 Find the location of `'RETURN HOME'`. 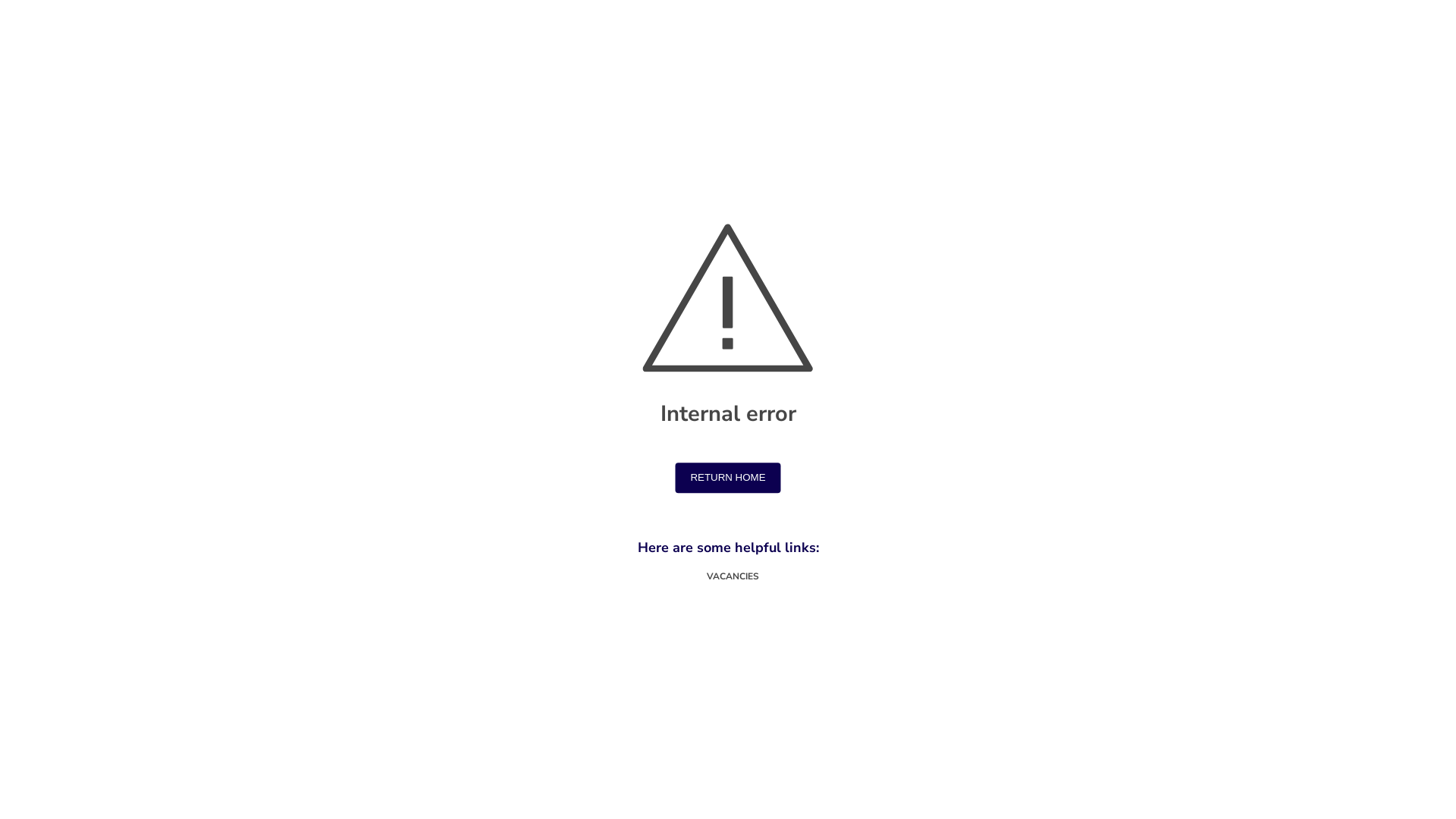

'RETURN HOME' is located at coordinates (726, 479).